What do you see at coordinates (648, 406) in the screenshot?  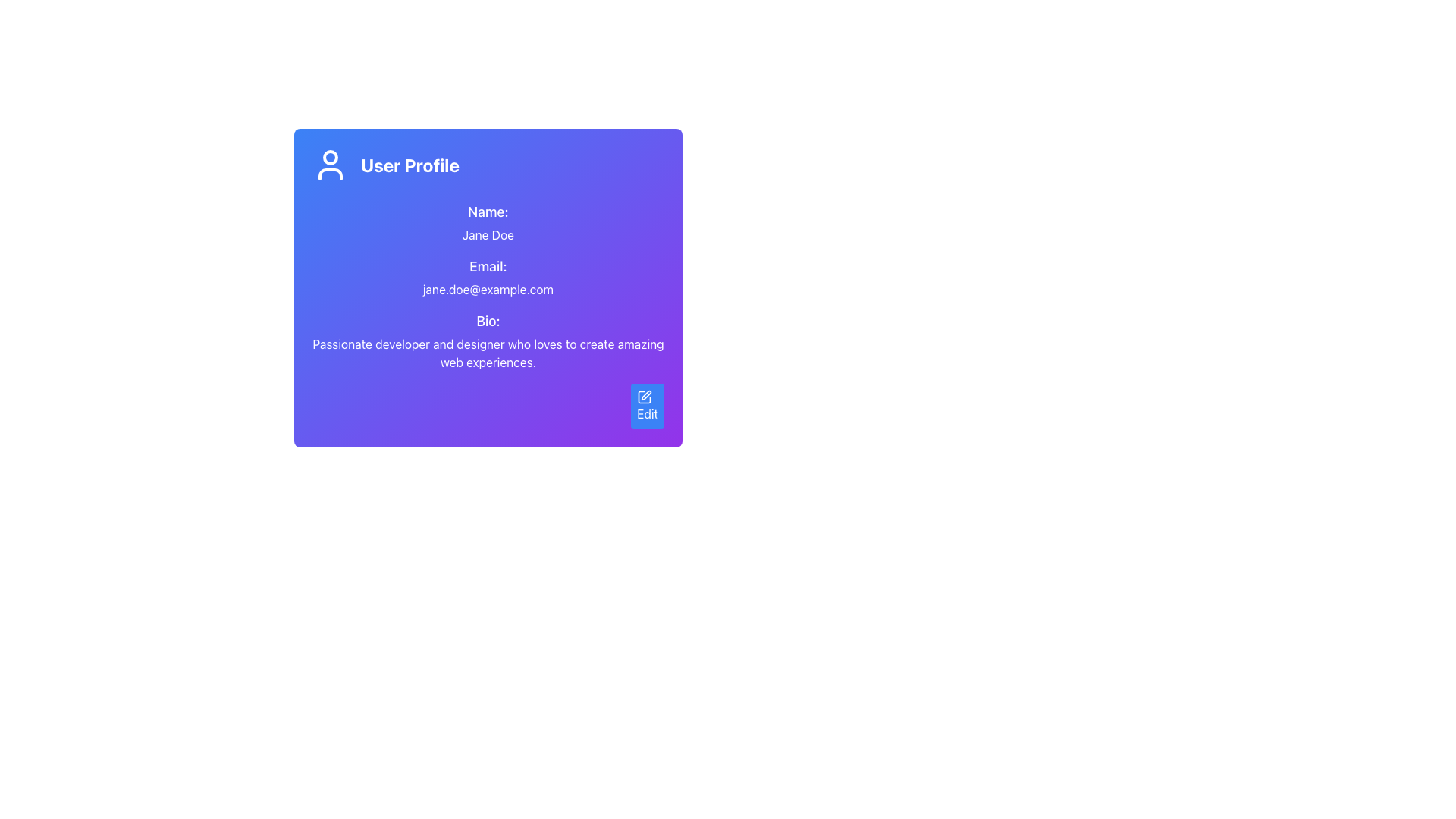 I see `the Edit button located in the bottom-right corner of the user profile card to change its background color` at bounding box center [648, 406].